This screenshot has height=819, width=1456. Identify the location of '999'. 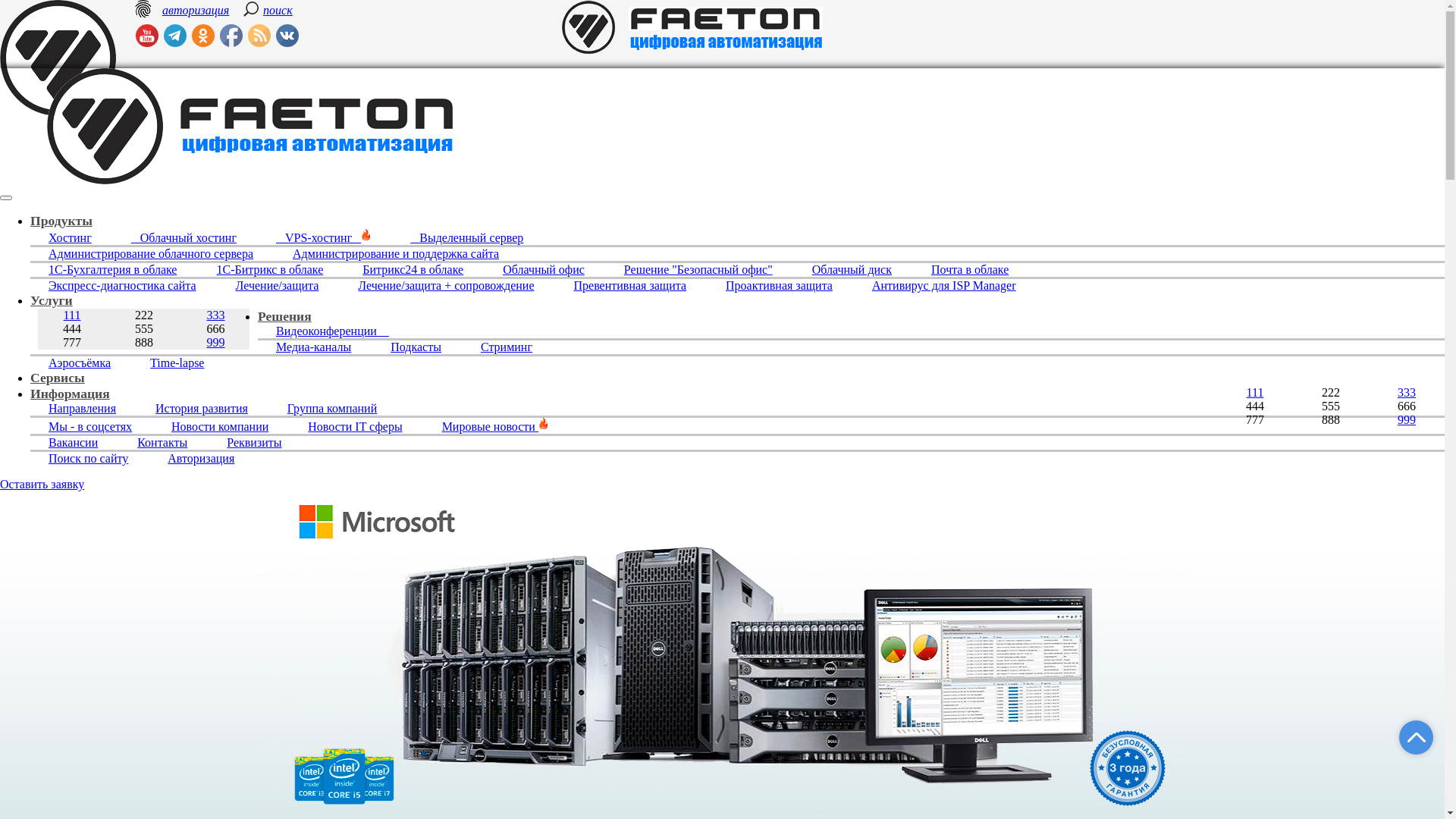
(1405, 419).